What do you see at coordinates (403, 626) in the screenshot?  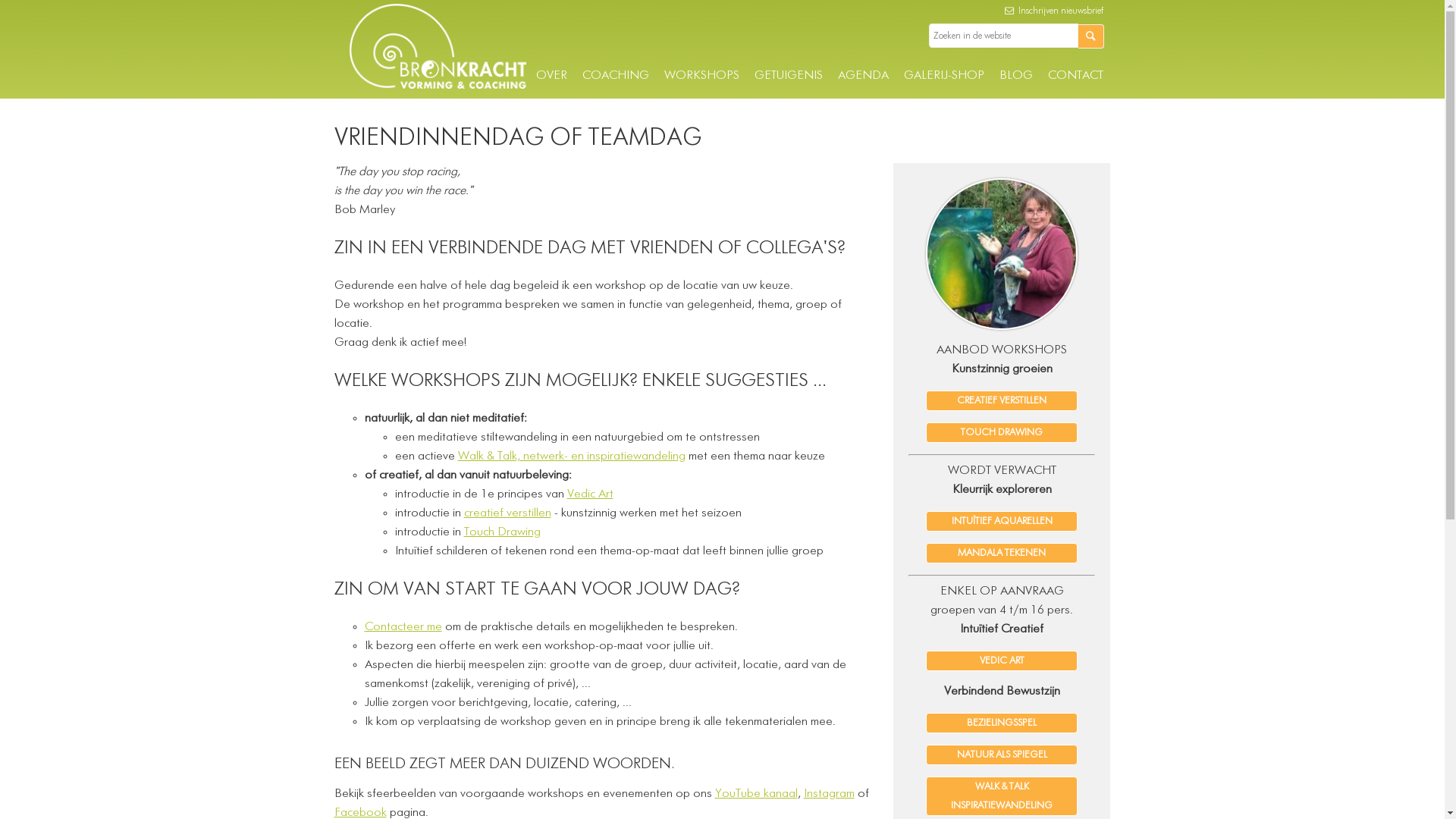 I see `'Contacteer me'` at bounding box center [403, 626].